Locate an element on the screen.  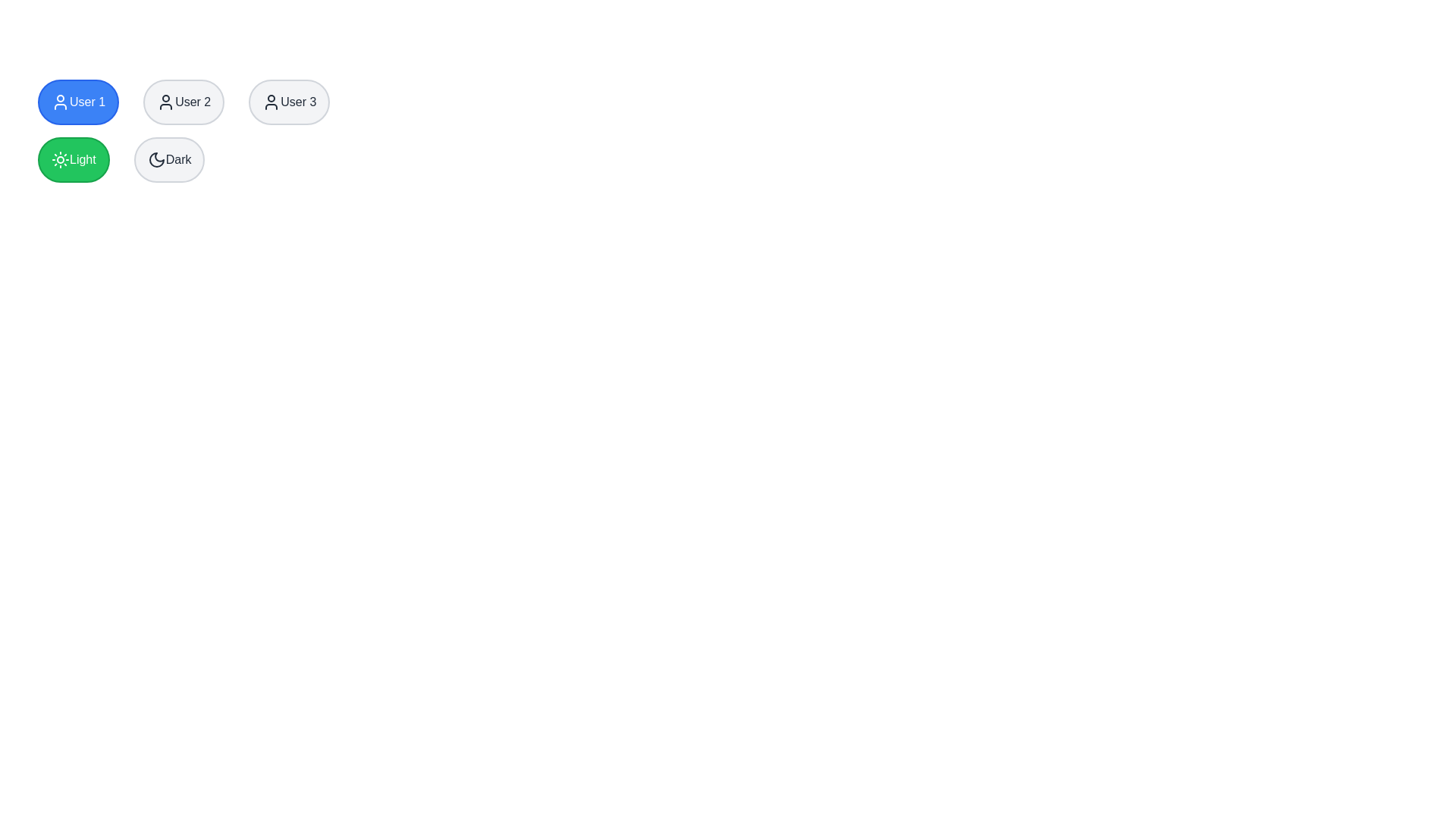
the green 'Light' button with a sun icon is located at coordinates (72, 160).